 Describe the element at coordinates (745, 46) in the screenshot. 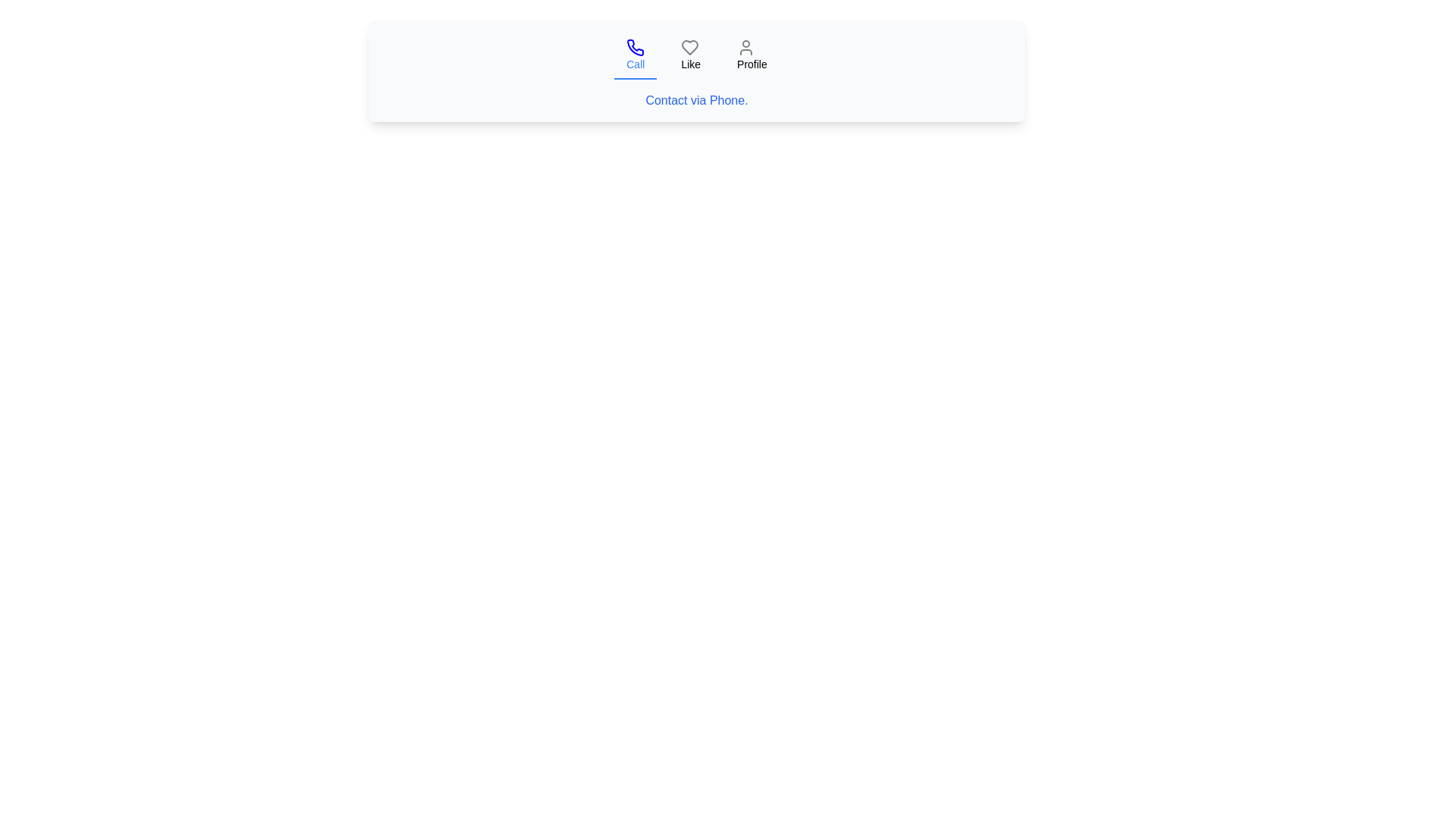

I see `the user profile icon, which is a gray outlined circular head and body figure located in the top-right of the navigation bar above the 'Profile' label` at that location.